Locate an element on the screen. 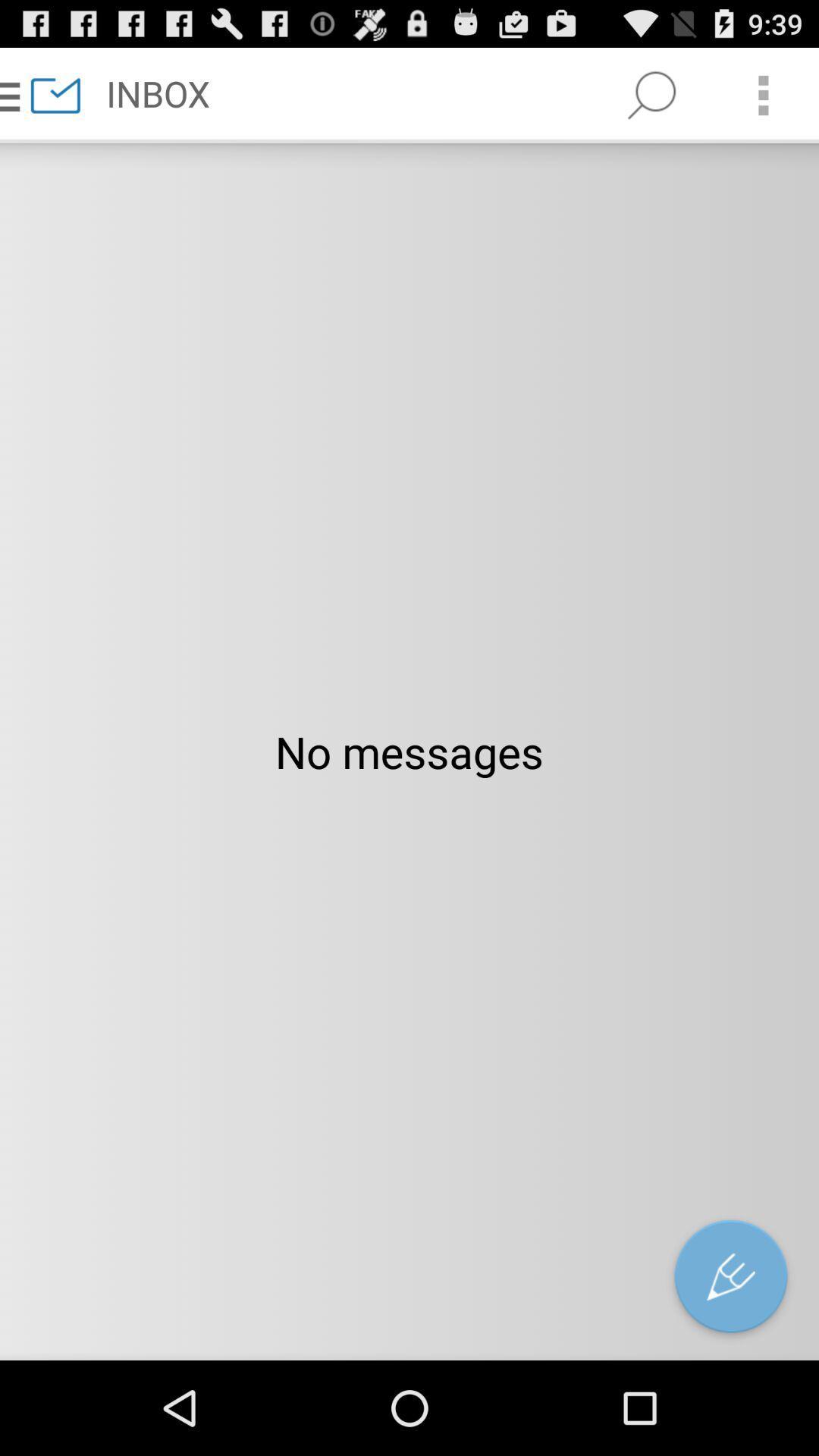 This screenshot has width=819, height=1456. enables editing with a wtiting tool is located at coordinates (730, 1279).